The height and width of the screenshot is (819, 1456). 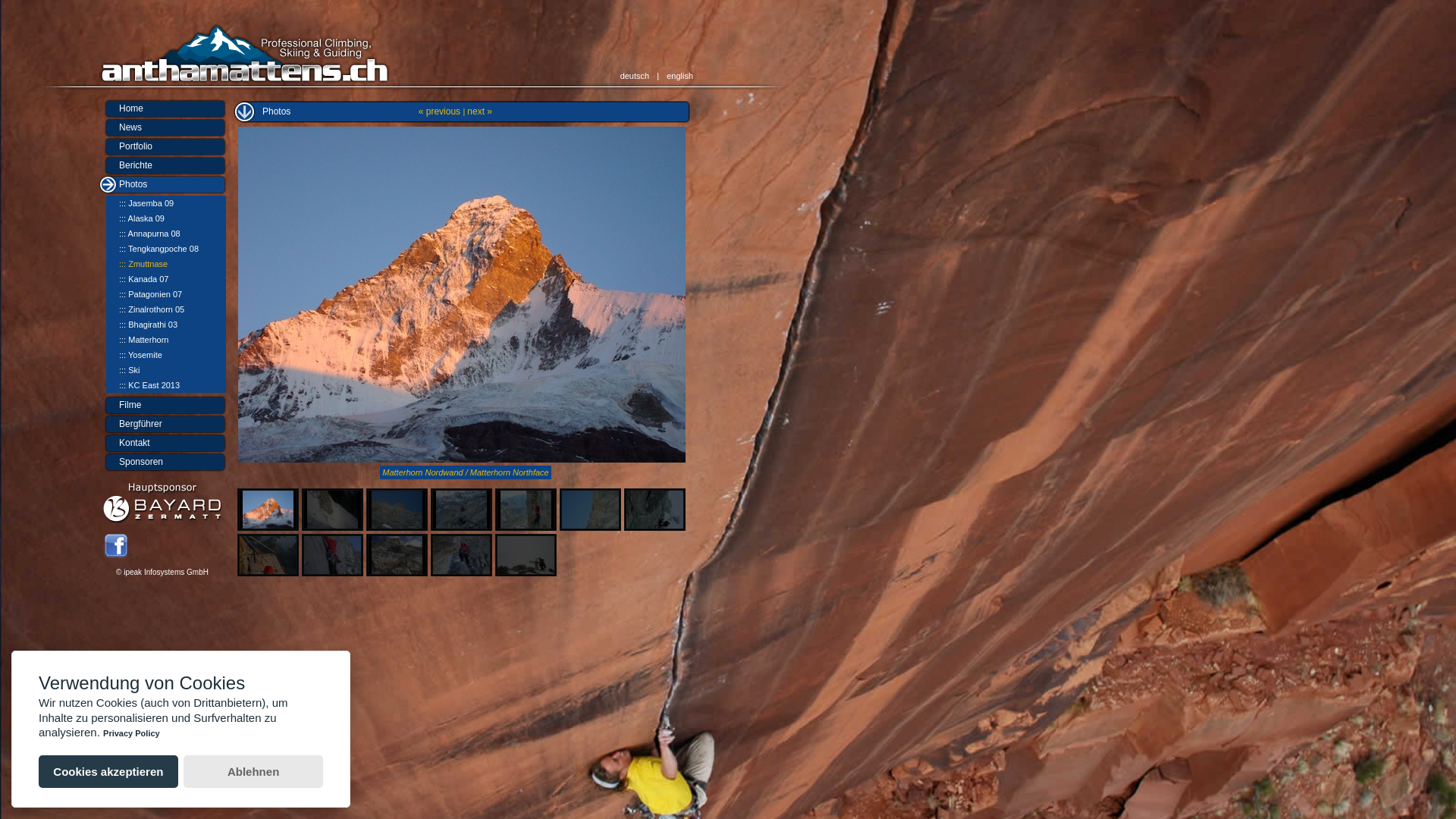 What do you see at coordinates (162, 146) in the screenshot?
I see `'Portfolio'` at bounding box center [162, 146].